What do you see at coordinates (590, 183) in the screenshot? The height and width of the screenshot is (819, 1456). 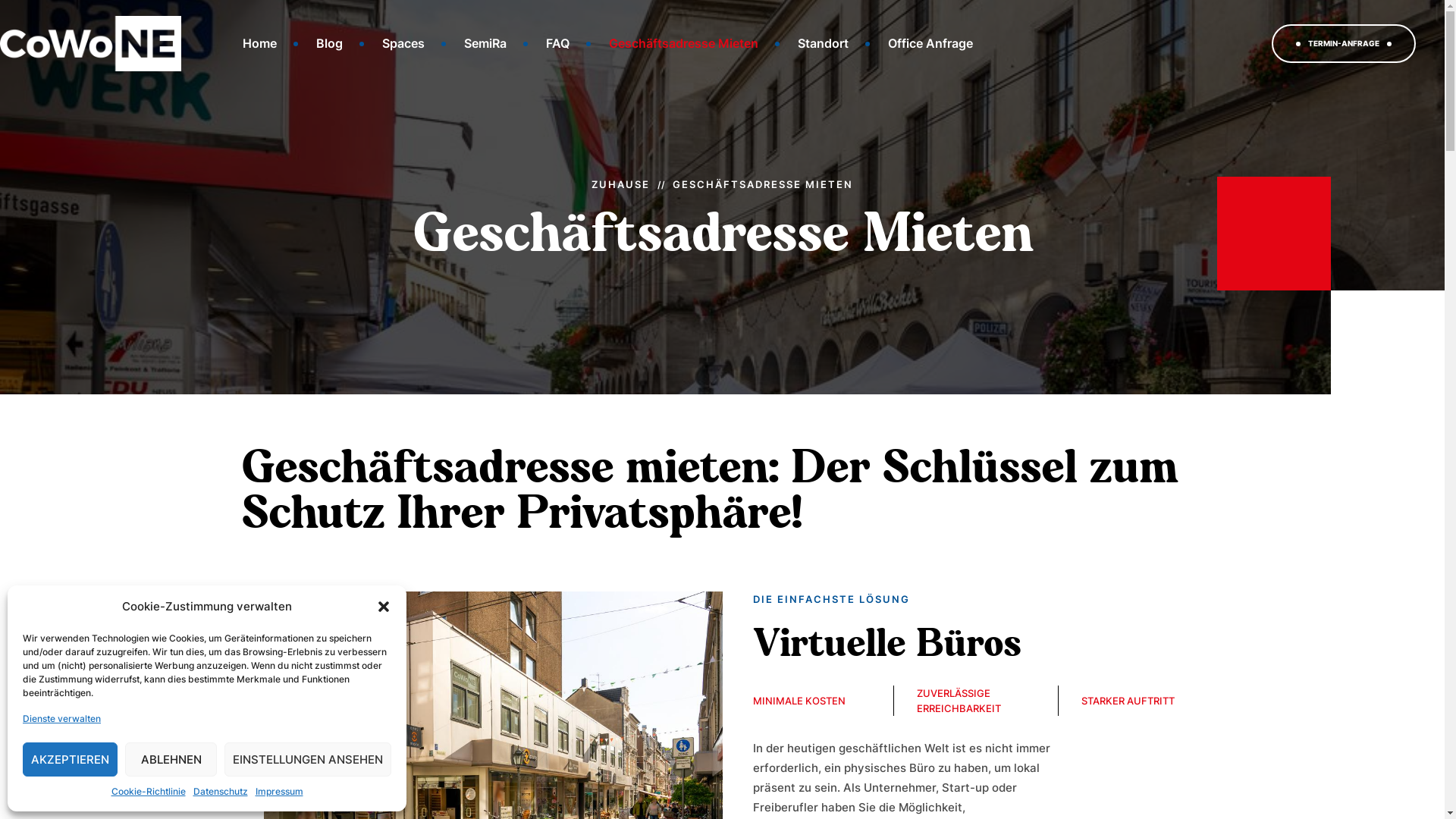 I see `'ZUHAUSE'` at bounding box center [590, 183].